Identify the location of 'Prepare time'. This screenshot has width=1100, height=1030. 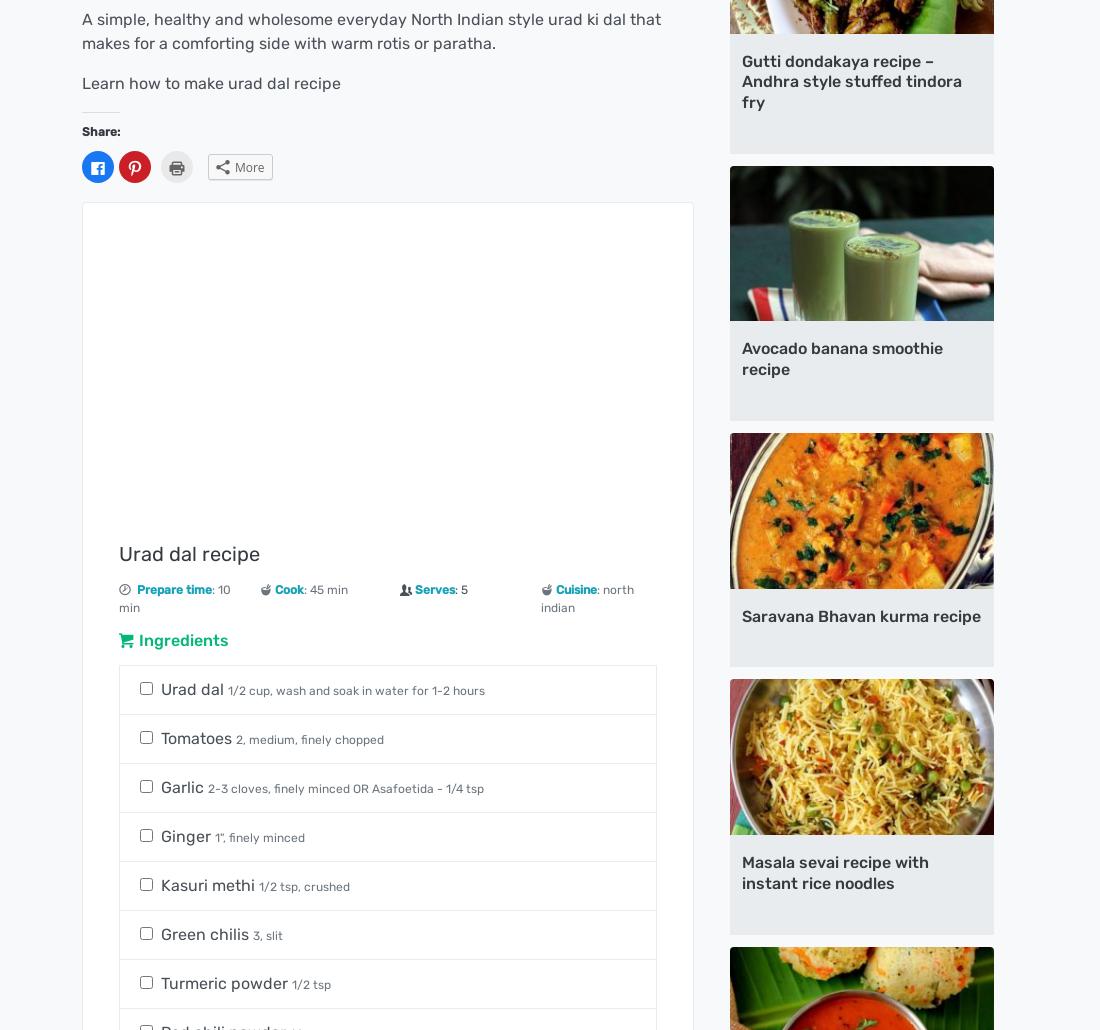
(173, 588).